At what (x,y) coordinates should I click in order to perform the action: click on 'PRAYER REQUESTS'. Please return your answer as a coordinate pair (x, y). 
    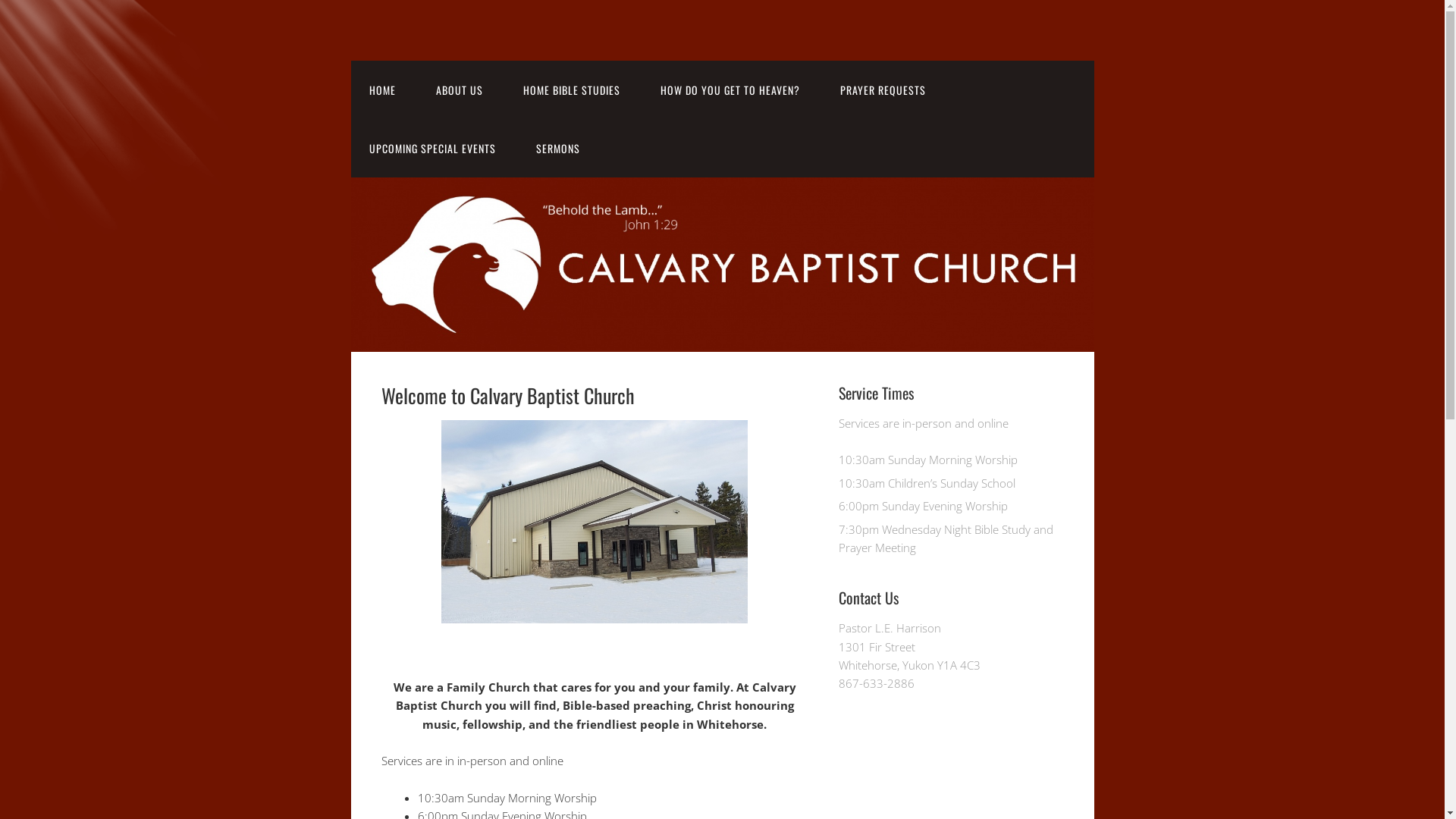
    Looking at the image, I should click on (883, 89).